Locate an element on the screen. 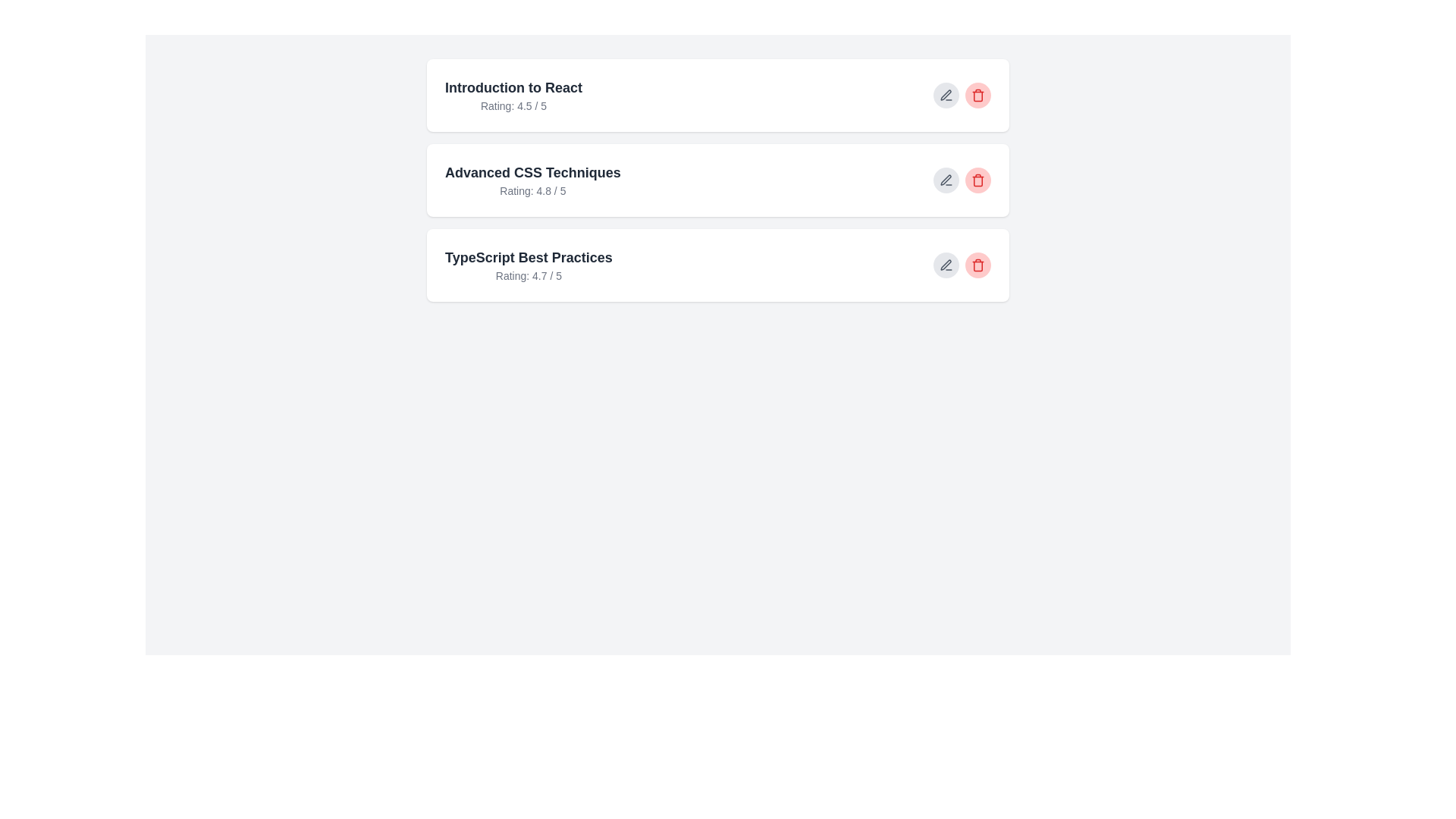 The height and width of the screenshot is (819, 1456). displayed text of the course title 'Introduction to React' with a rating of '4.5 / 5' from the top of the vertical list of courses is located at coordinates (513, 96).